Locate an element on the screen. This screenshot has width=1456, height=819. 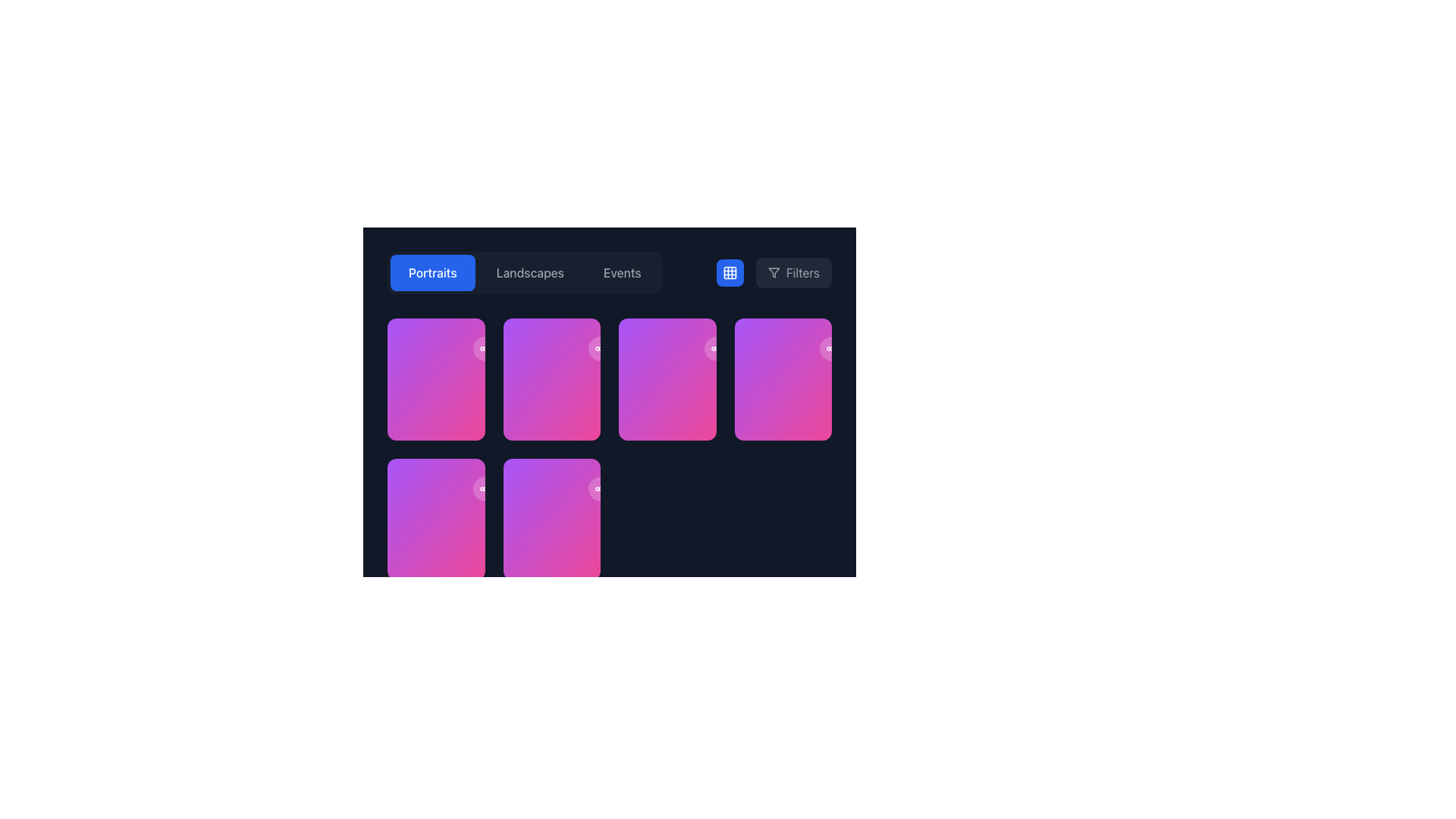
the 'Landscapes' button, which is the second button in a horizontal group located beneath the navigation bar, to change its text color is located at coordinates (530, 271).